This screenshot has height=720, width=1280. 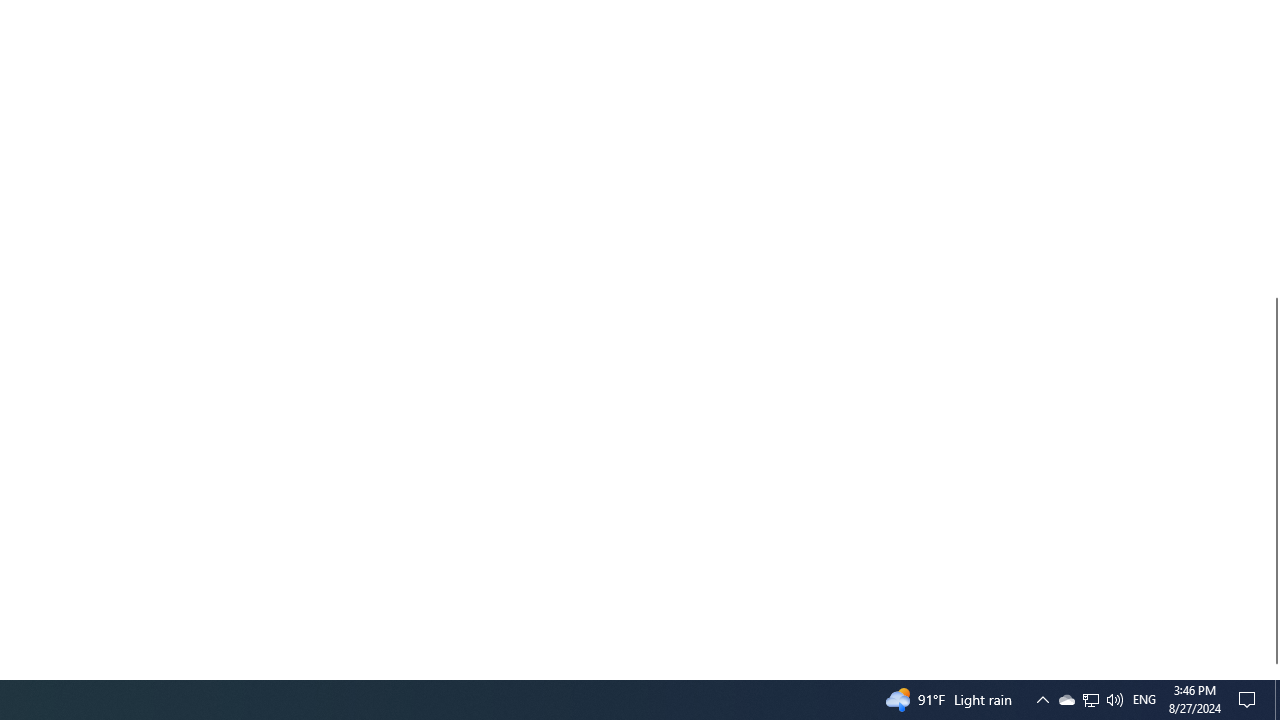 I want to click on 'Q2790: 100%', so click(x=1065, y=698).